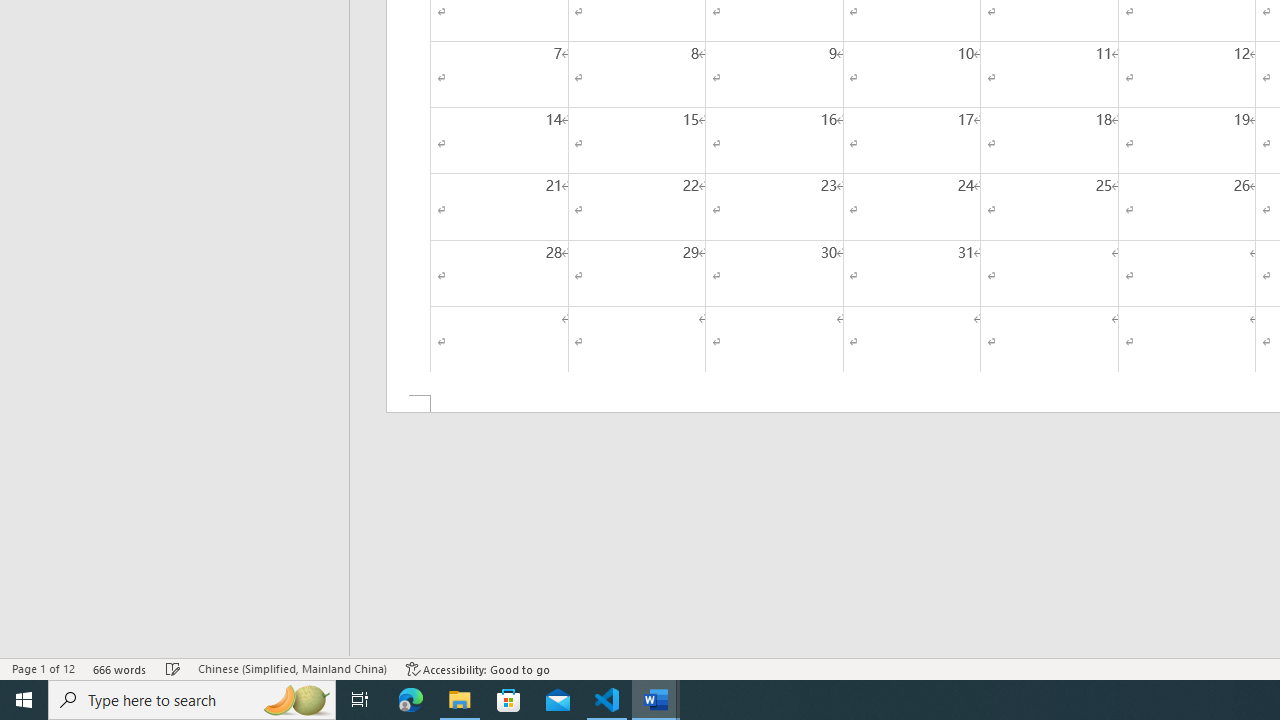 This screenshot has height=720, width=1280. Describe the element at coordinates (291, 669) in the screenshot. I see `'Language Chinese (Simplified, Mainland China)'` at that location.